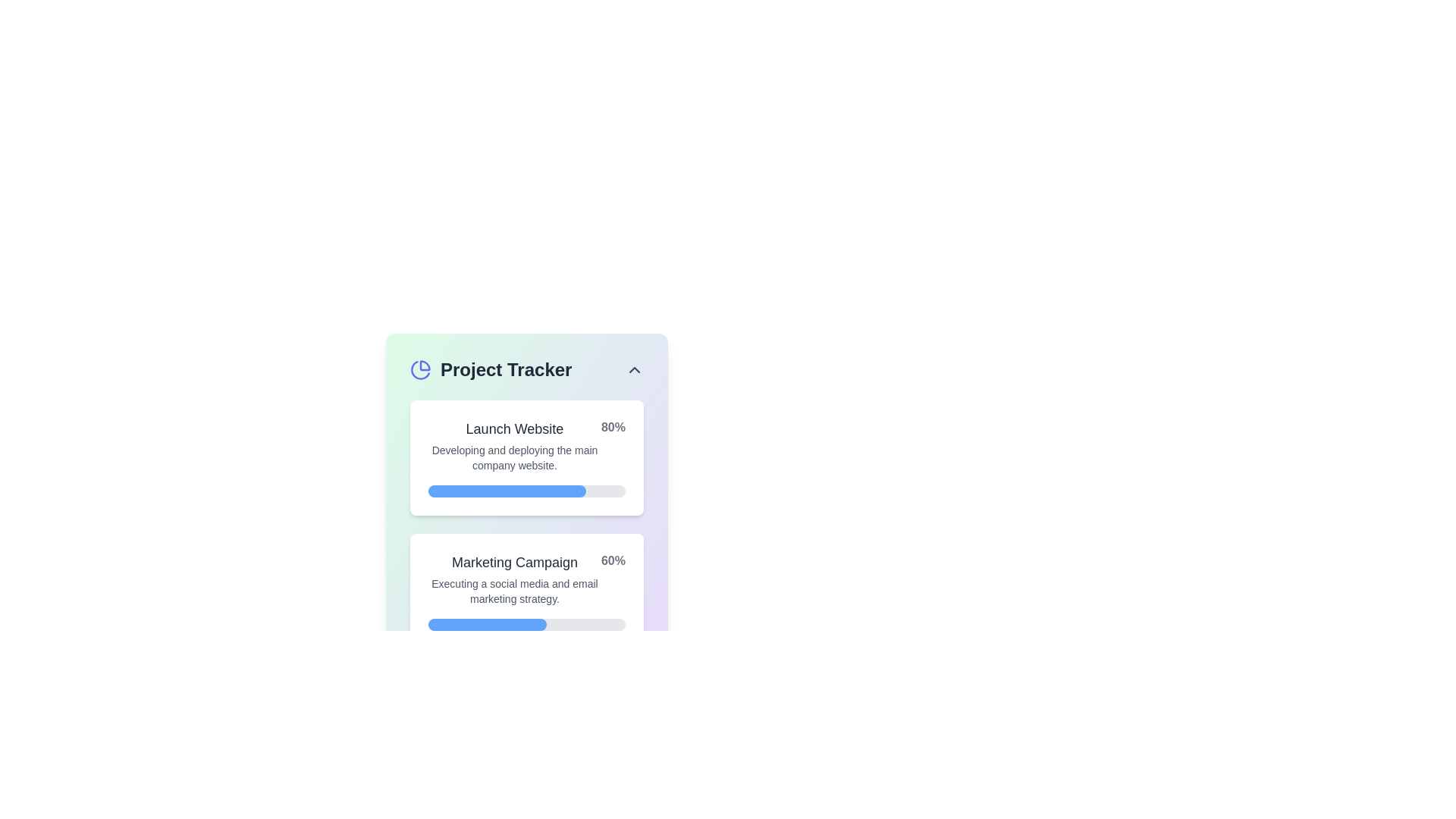 Image resolution: width=1456 pixels, height=819 pixels. What do you see at coordinates (507, 491) in the screenshot?
I see `the progress bar segment that visually represents the task 'Launch Website', located within the gray progress bar track under the 'Project Tracker' heading` at bounding box center [507, 491].